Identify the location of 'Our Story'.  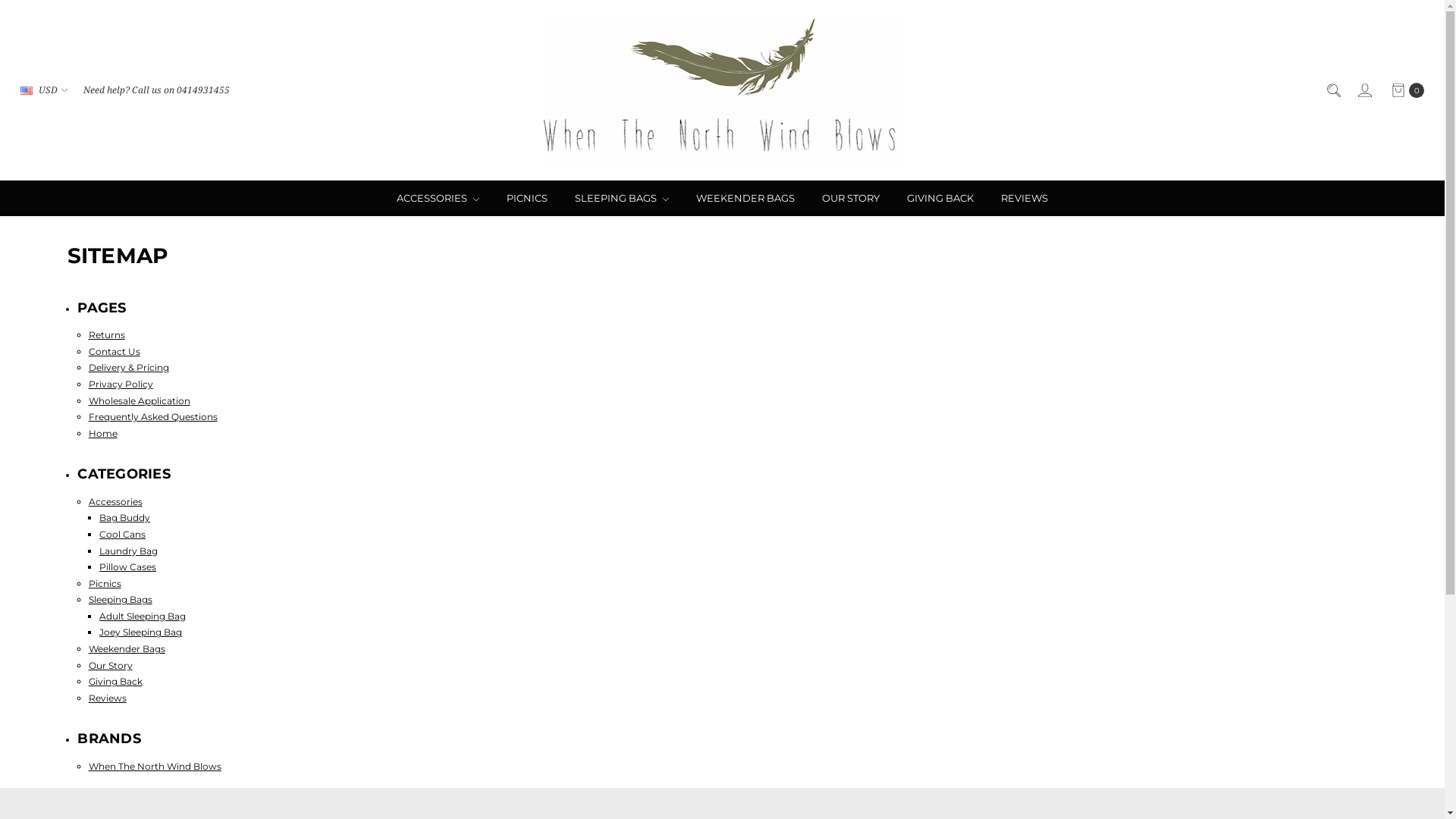
(109, 664).